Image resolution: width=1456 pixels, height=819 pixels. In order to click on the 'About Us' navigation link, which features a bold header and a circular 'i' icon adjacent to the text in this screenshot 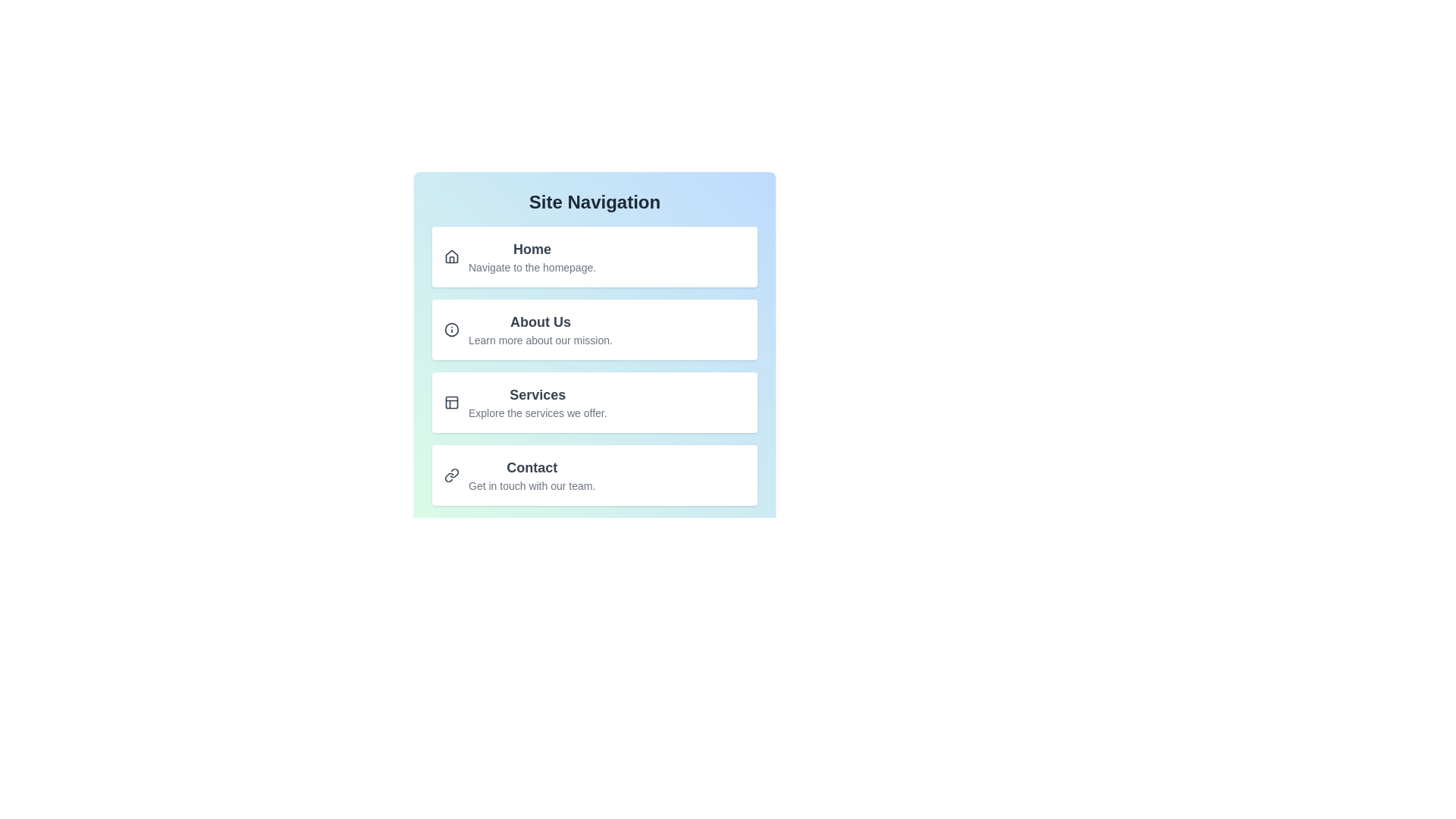, I will do `click(594, 329)`.